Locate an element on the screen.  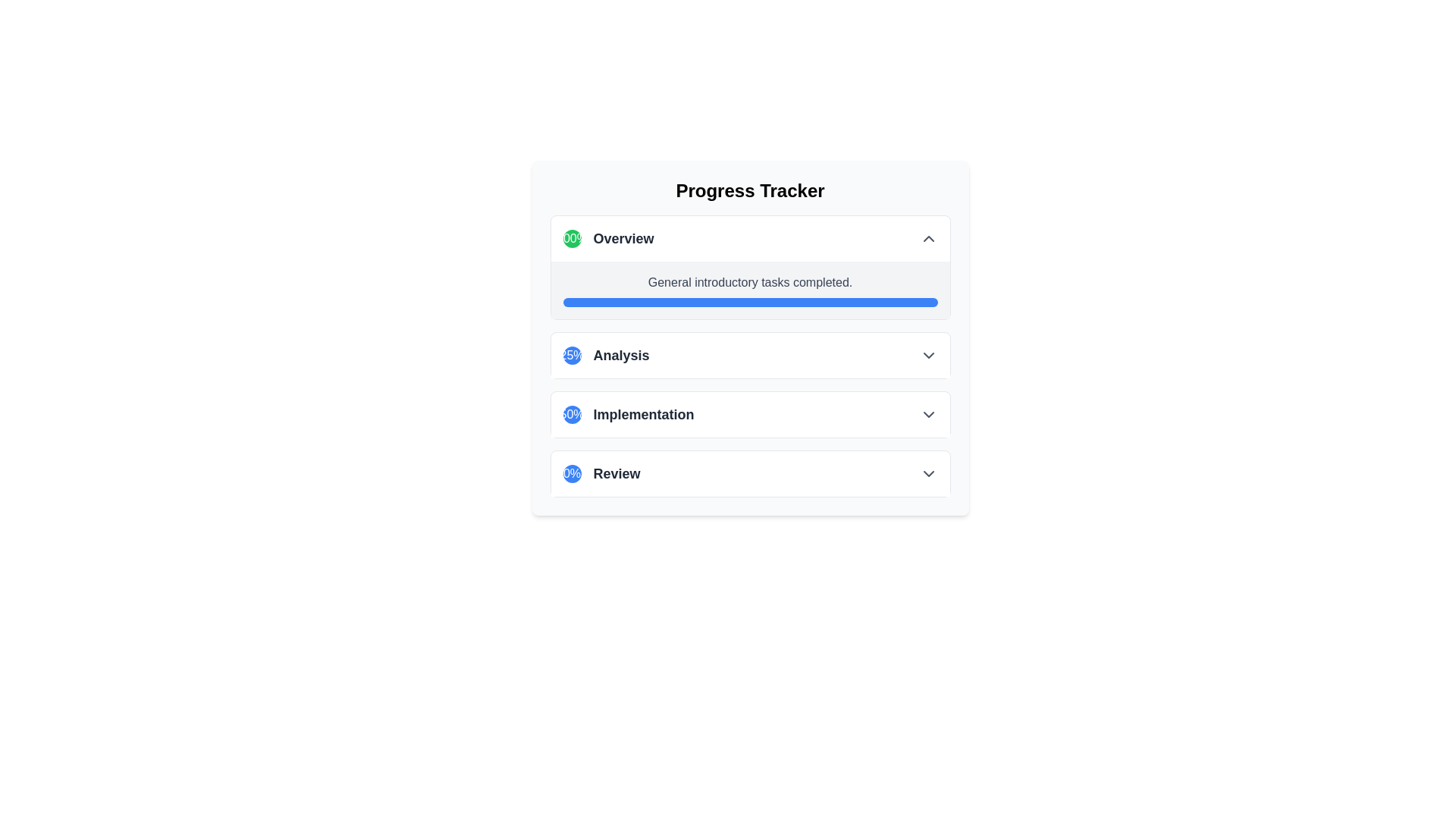
the informational icon or badge that indicates the progress percentage of the 'Implementation' section is located at coordinates (571, 415).